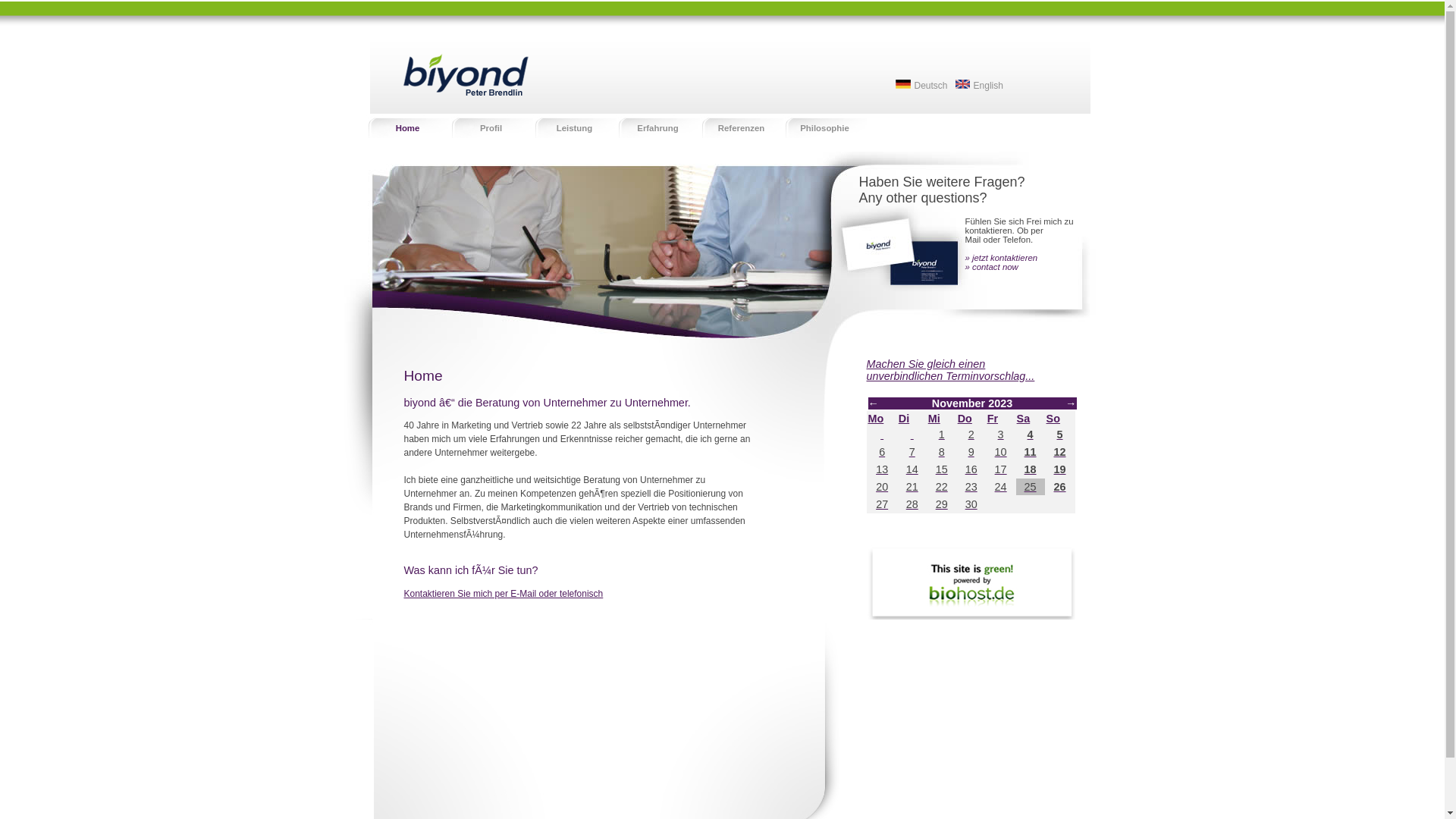 This screenshot has height=819, width=1456. Describe the element at coordinates (881, 468) in the screenshot. I see `'13'` at that location.